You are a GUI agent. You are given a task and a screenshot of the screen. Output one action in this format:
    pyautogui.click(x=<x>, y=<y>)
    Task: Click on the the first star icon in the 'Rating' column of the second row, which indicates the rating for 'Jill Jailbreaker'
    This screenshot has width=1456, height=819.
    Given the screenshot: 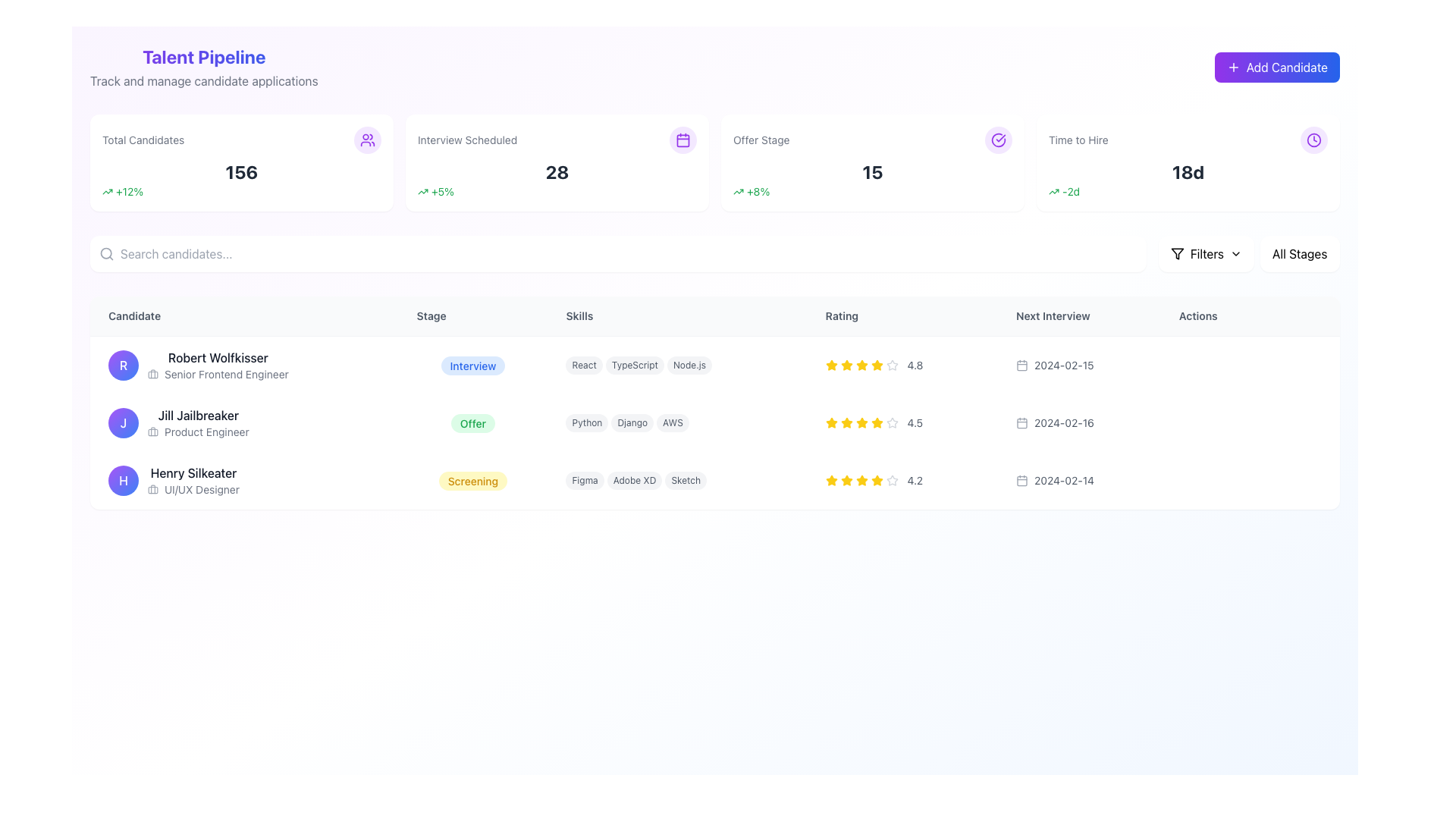 What is the action you would take?
    pyautogui.click(x=830, y=423)
    